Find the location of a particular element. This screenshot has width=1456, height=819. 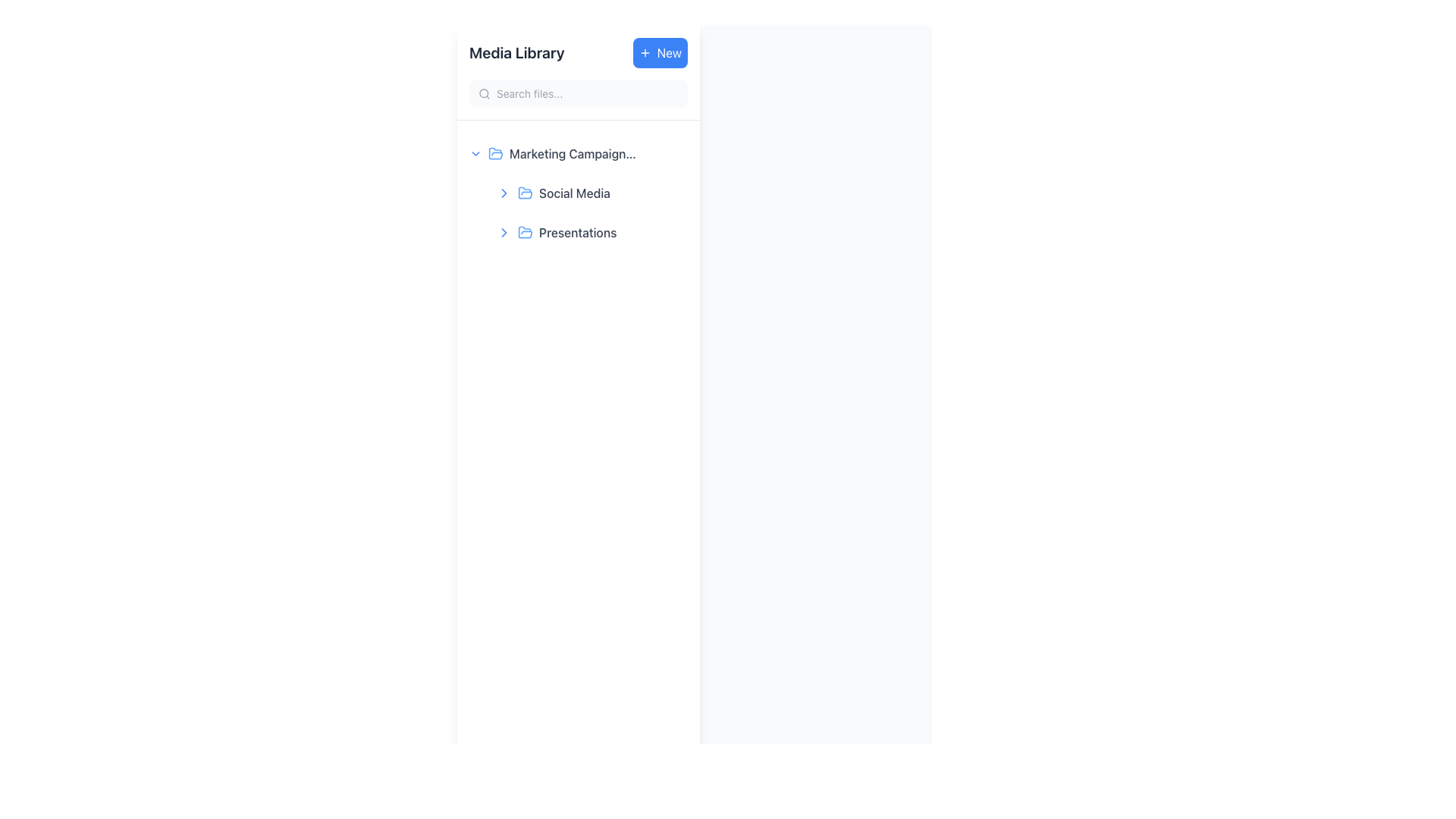

the downward-facing chevron icon button styled as a thin, blue outline located next to the 'Social Media' text label is located at coordinates (504, 192).